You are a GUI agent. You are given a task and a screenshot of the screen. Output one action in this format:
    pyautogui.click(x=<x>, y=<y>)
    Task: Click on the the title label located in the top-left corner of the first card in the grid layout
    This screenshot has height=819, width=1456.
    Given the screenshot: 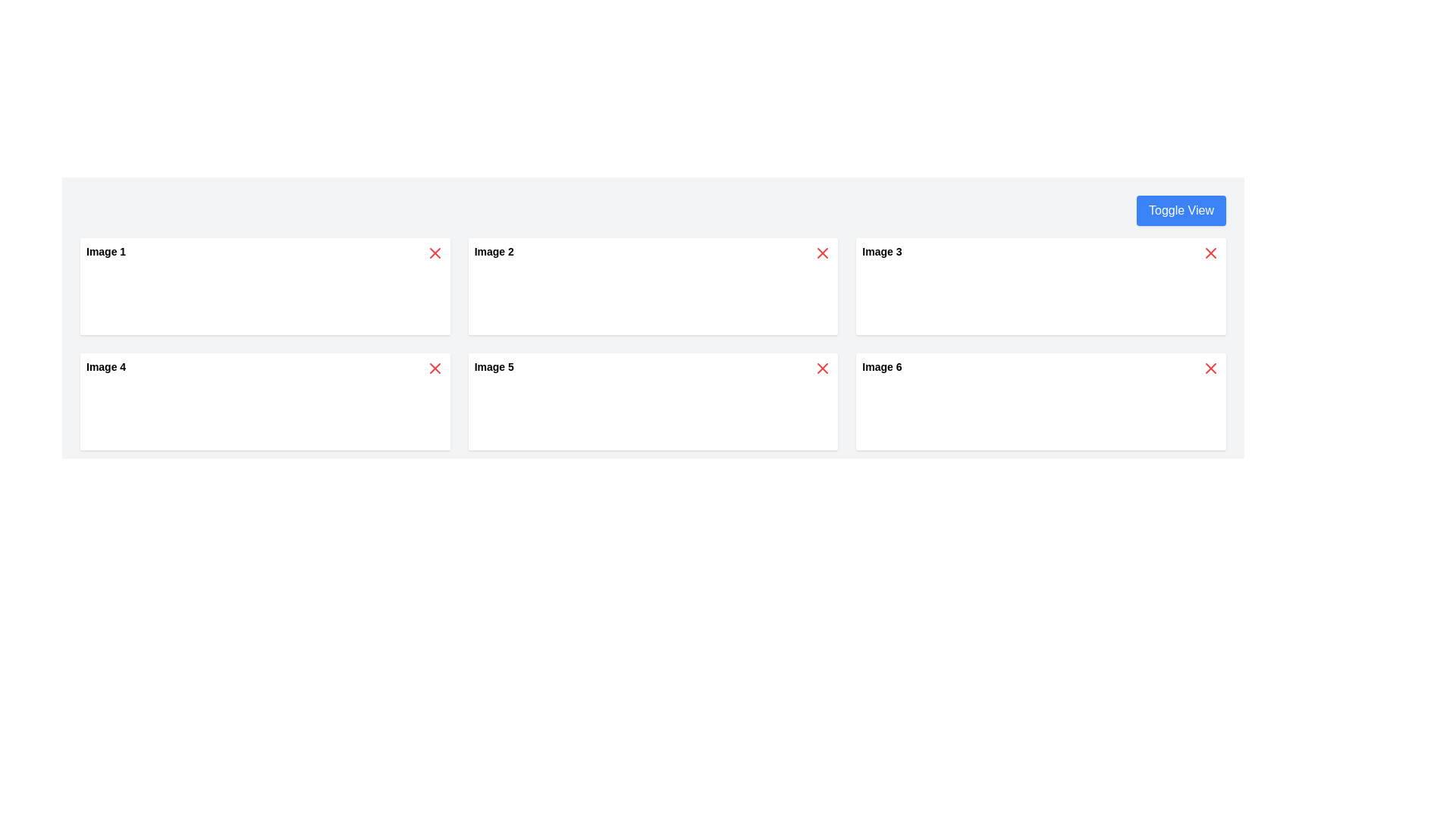 What is the action you would take?
    pyautogui.click(x=105, y=250)
    